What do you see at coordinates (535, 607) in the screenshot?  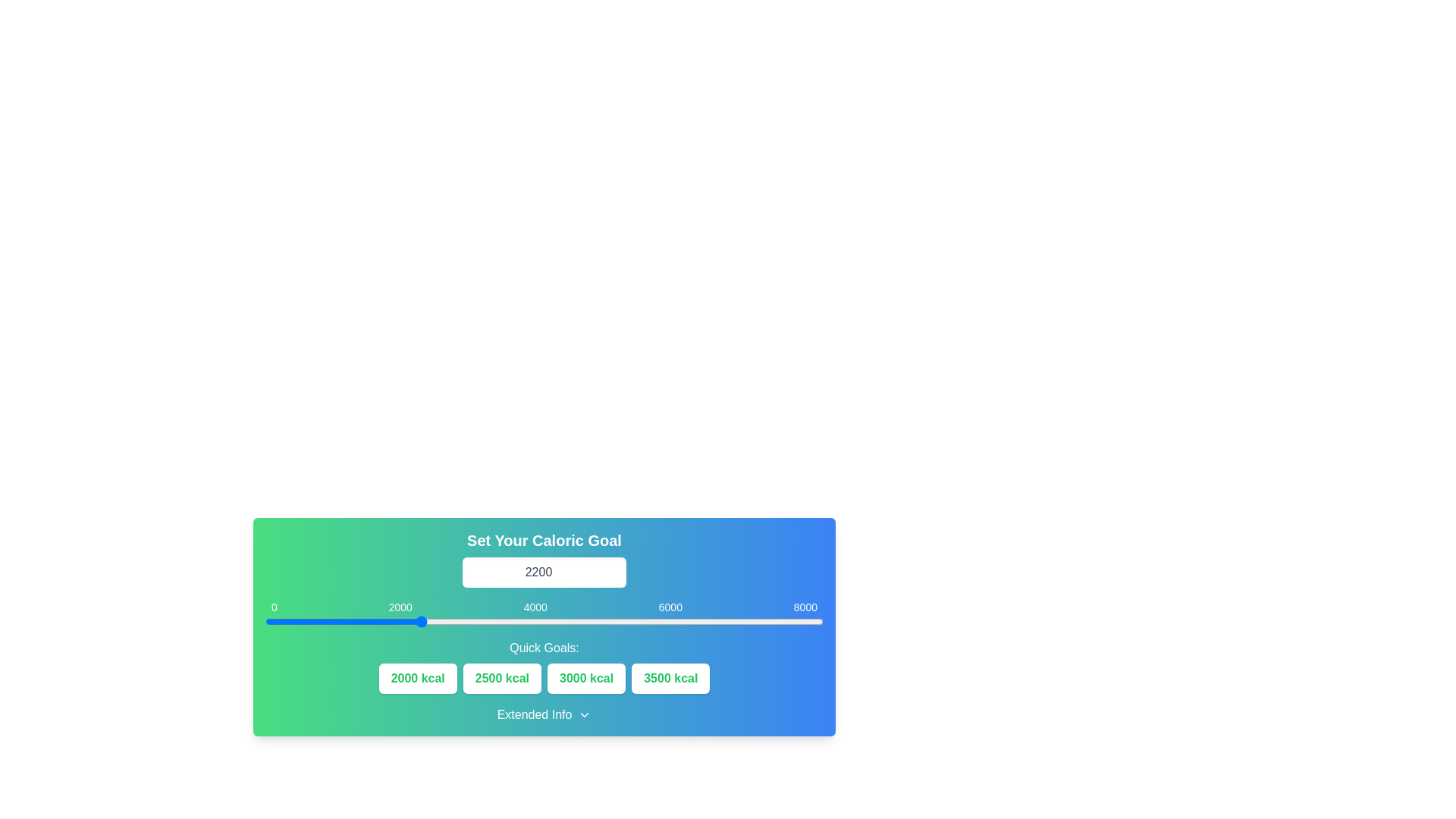 I see `the static text label displaying the value '4000', which is the third item in a sequence of horizontal labels, styled in white text within a gradient-colored panel` at bounding box center [535, 607].